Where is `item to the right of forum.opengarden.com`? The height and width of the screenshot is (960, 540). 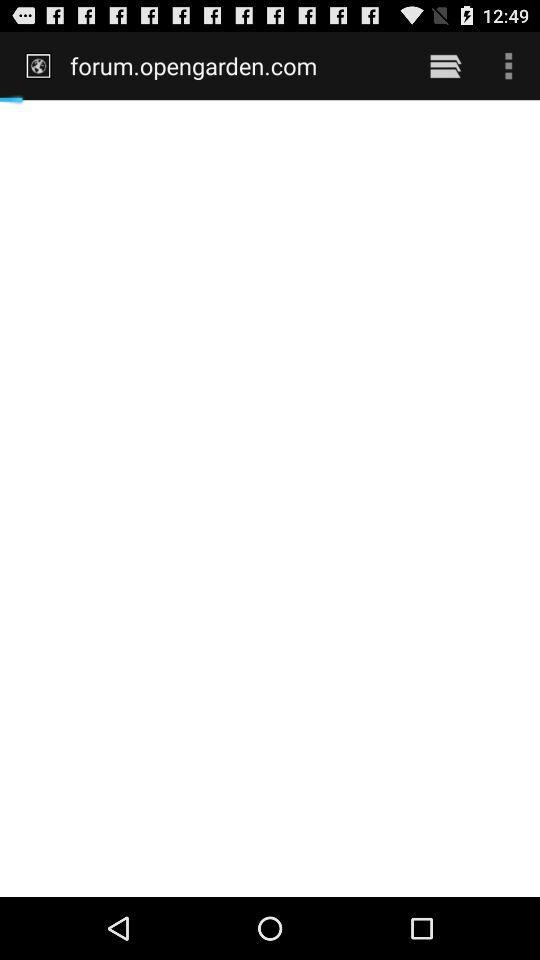 item to the right of forum.opengarden.com is located at coordinates (445, 65).